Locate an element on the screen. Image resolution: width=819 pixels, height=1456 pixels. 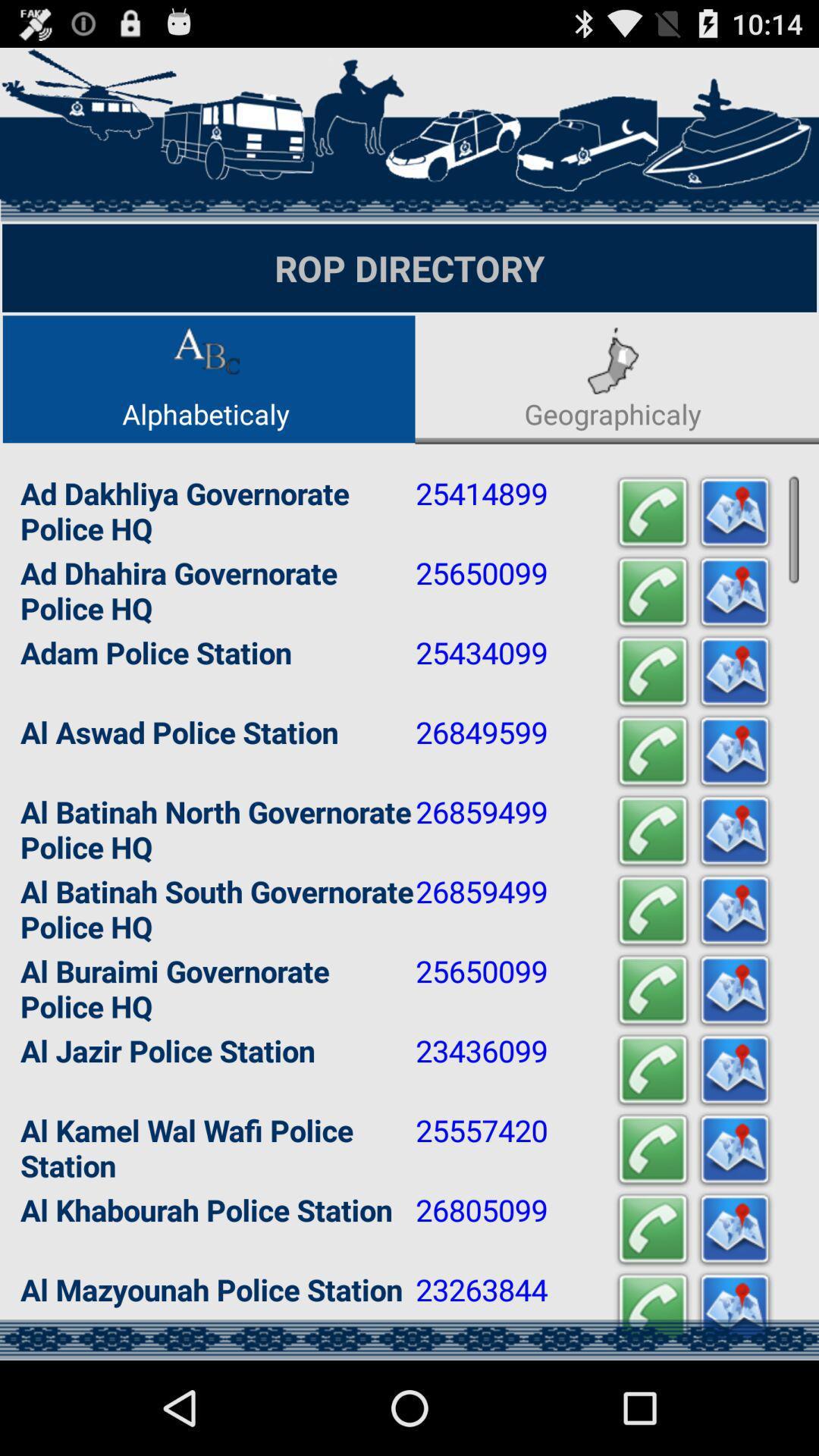
shows location in map is located at coordinates (733, 1069).